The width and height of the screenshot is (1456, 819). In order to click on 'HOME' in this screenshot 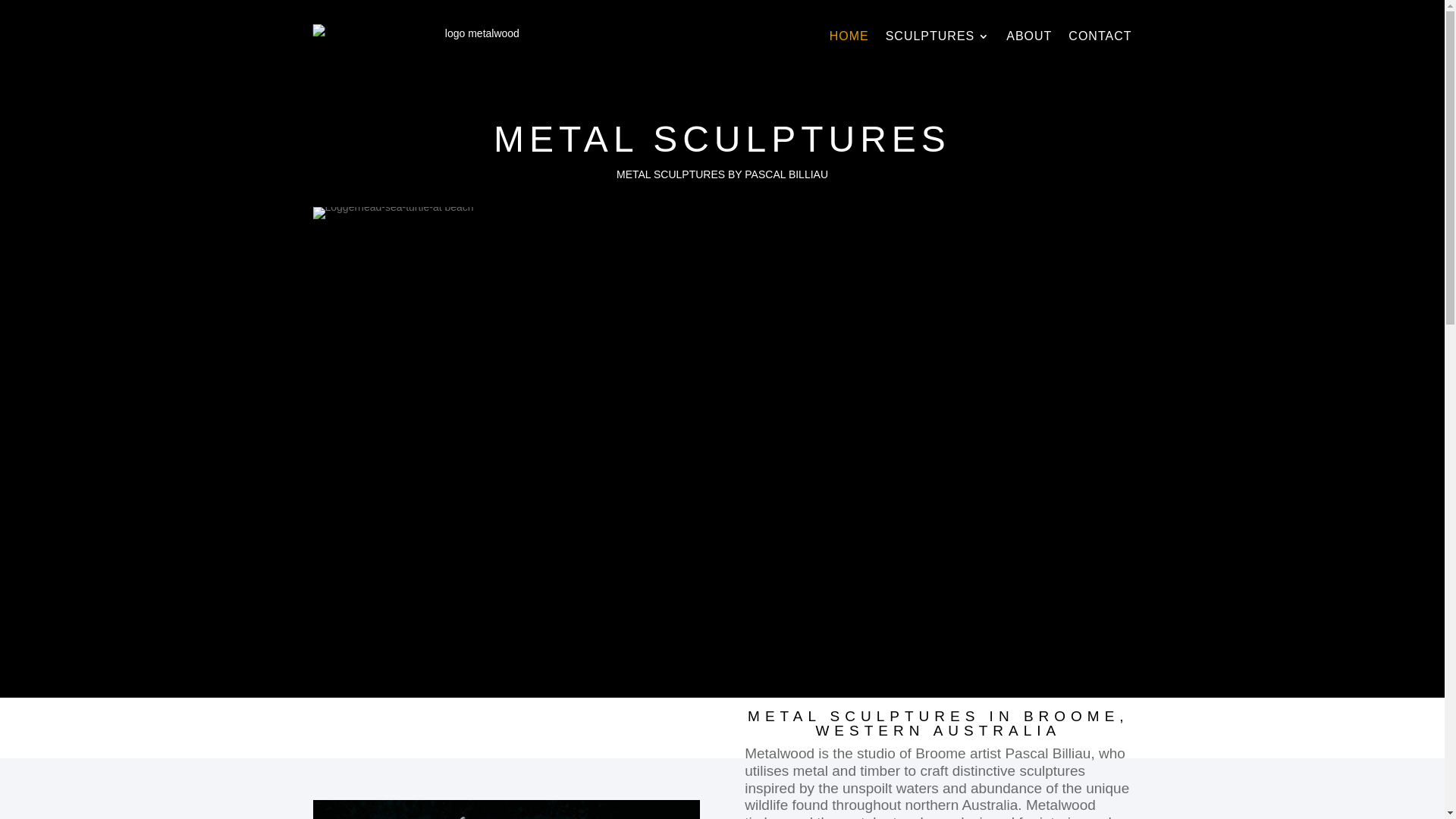, I will do `click(848, 35)`.